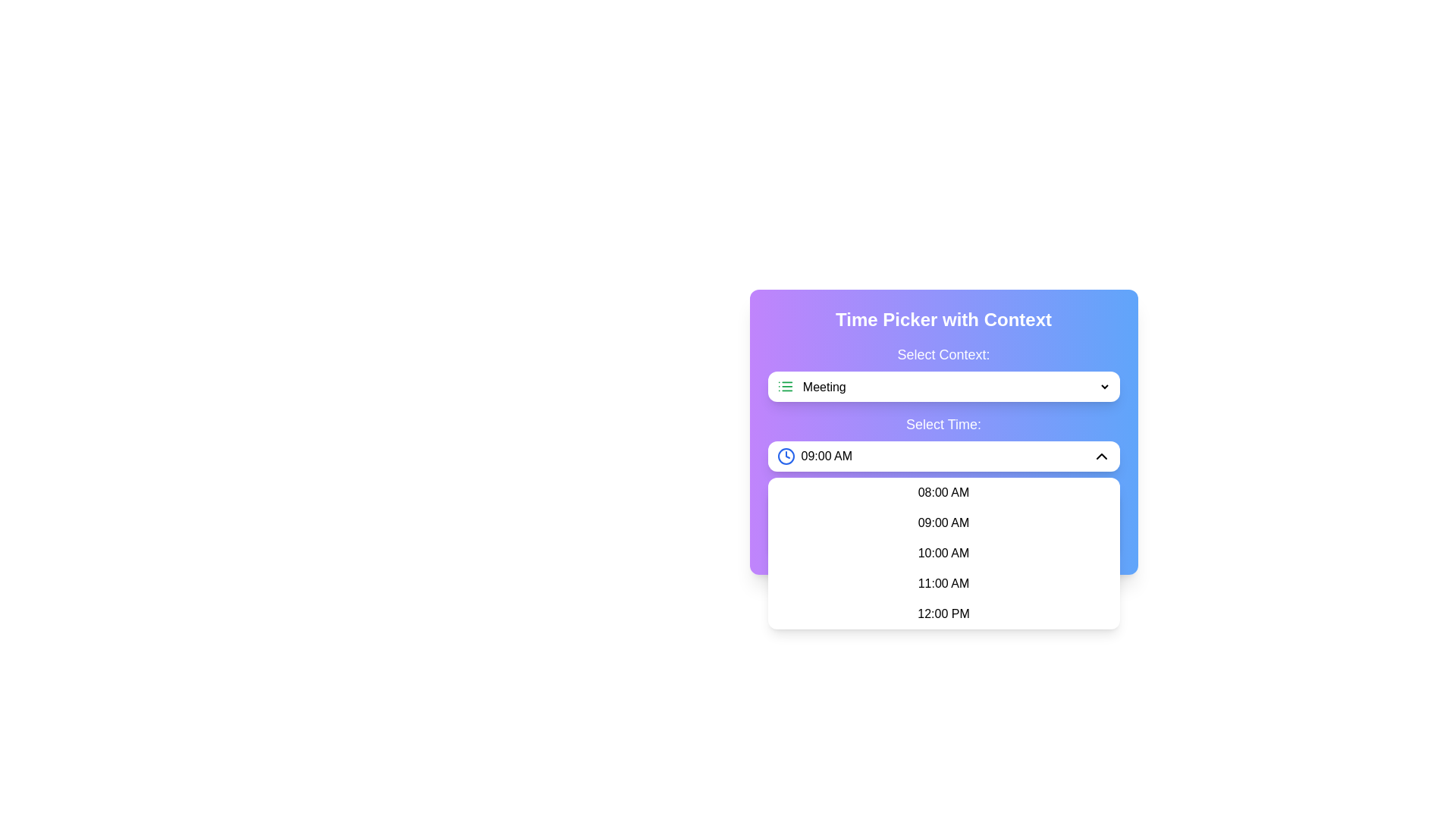 The height and width of the screenshot is (819, 1456). I want to click on the green list icon SVG element, which is positioned to the left of the 'Meeting' text in the Time Picker with Context section, so click(785, 385).